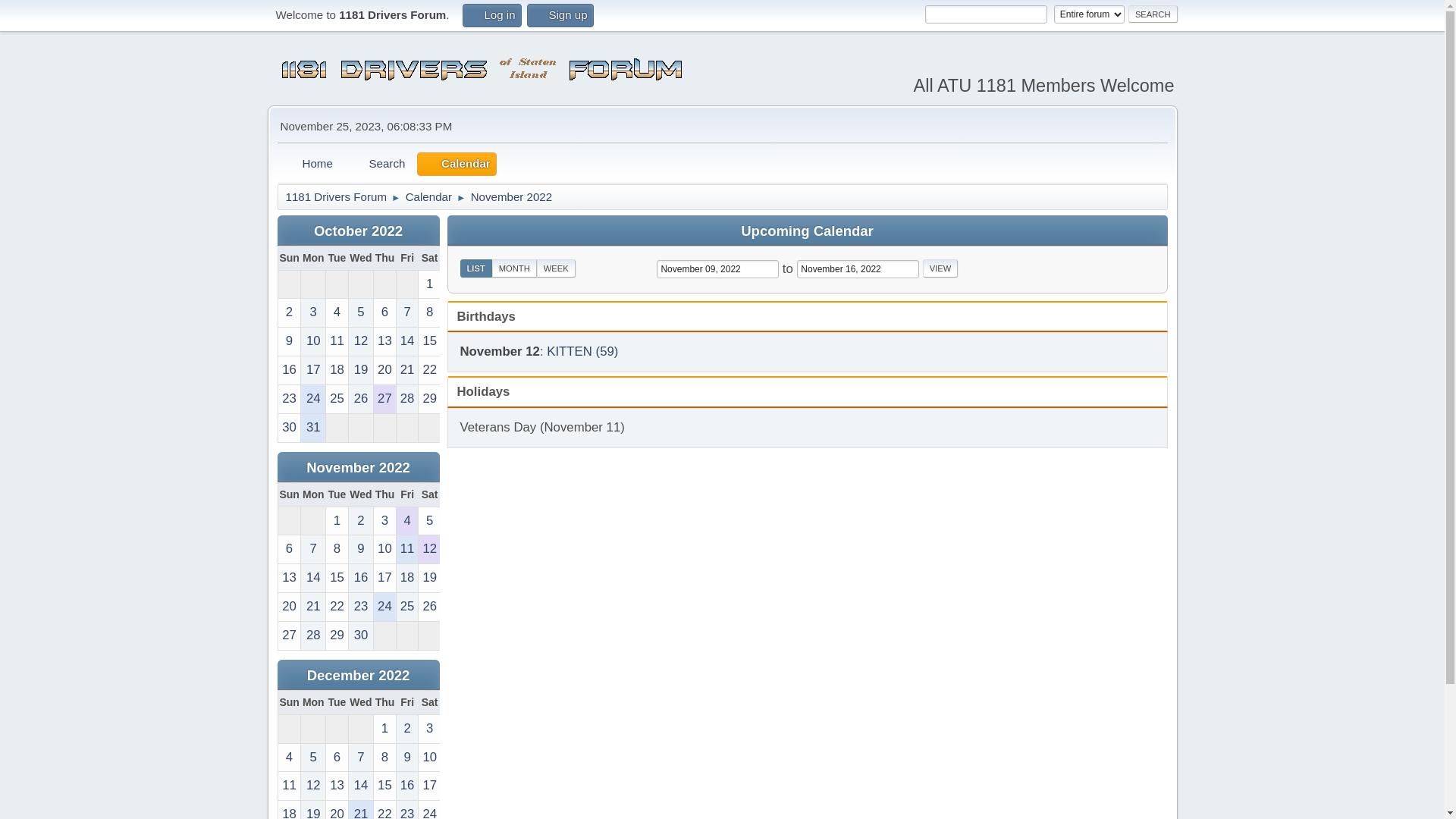 This screenshot has height=819, width=1456. What do you see at coordinates (384, 578) in the screenshot?
I see `'17'` at bounding box center [384, 578].